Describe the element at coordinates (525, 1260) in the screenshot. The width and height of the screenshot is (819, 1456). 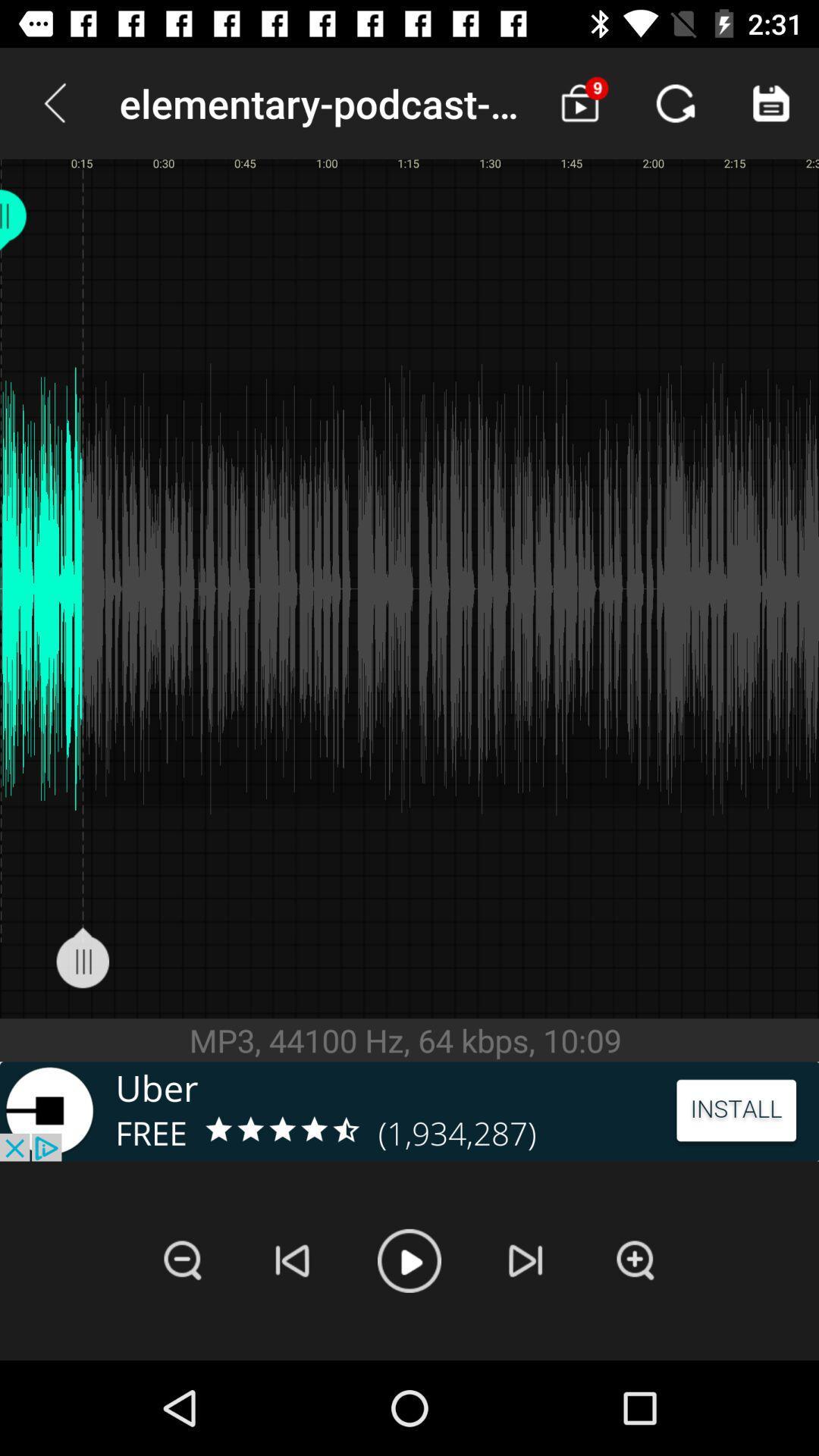
I see `fast forward` at that location.